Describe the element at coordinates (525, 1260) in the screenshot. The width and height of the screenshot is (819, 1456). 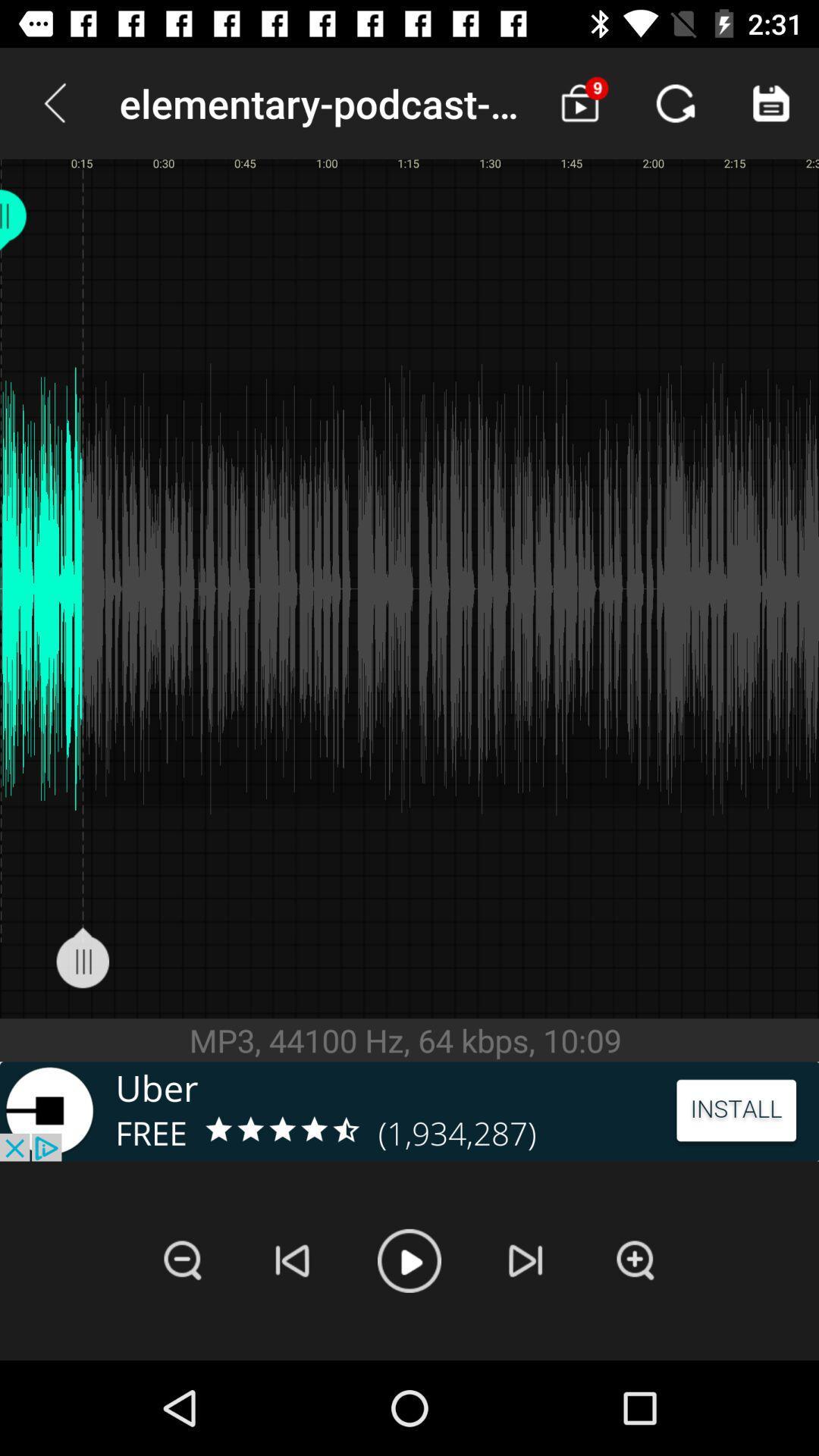
I see `fast forward` at that location.